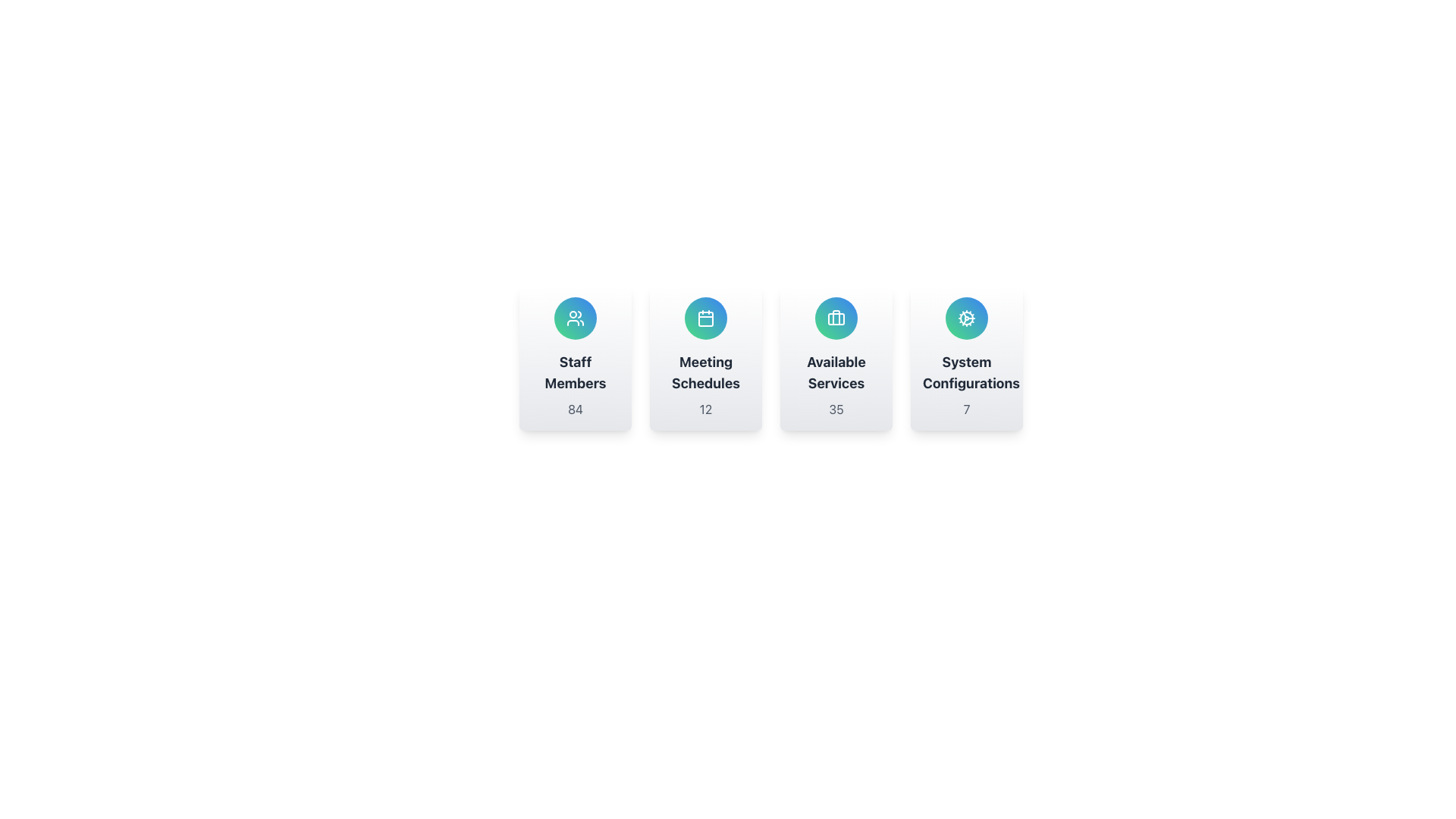 Image resolution: width=1456 pixels, height=819 pixels. What do you see at coordinates (836, 318) in the screenshot?
I see `the central circular icon button related to 'Available Services'` at bounding box center [836, 318].